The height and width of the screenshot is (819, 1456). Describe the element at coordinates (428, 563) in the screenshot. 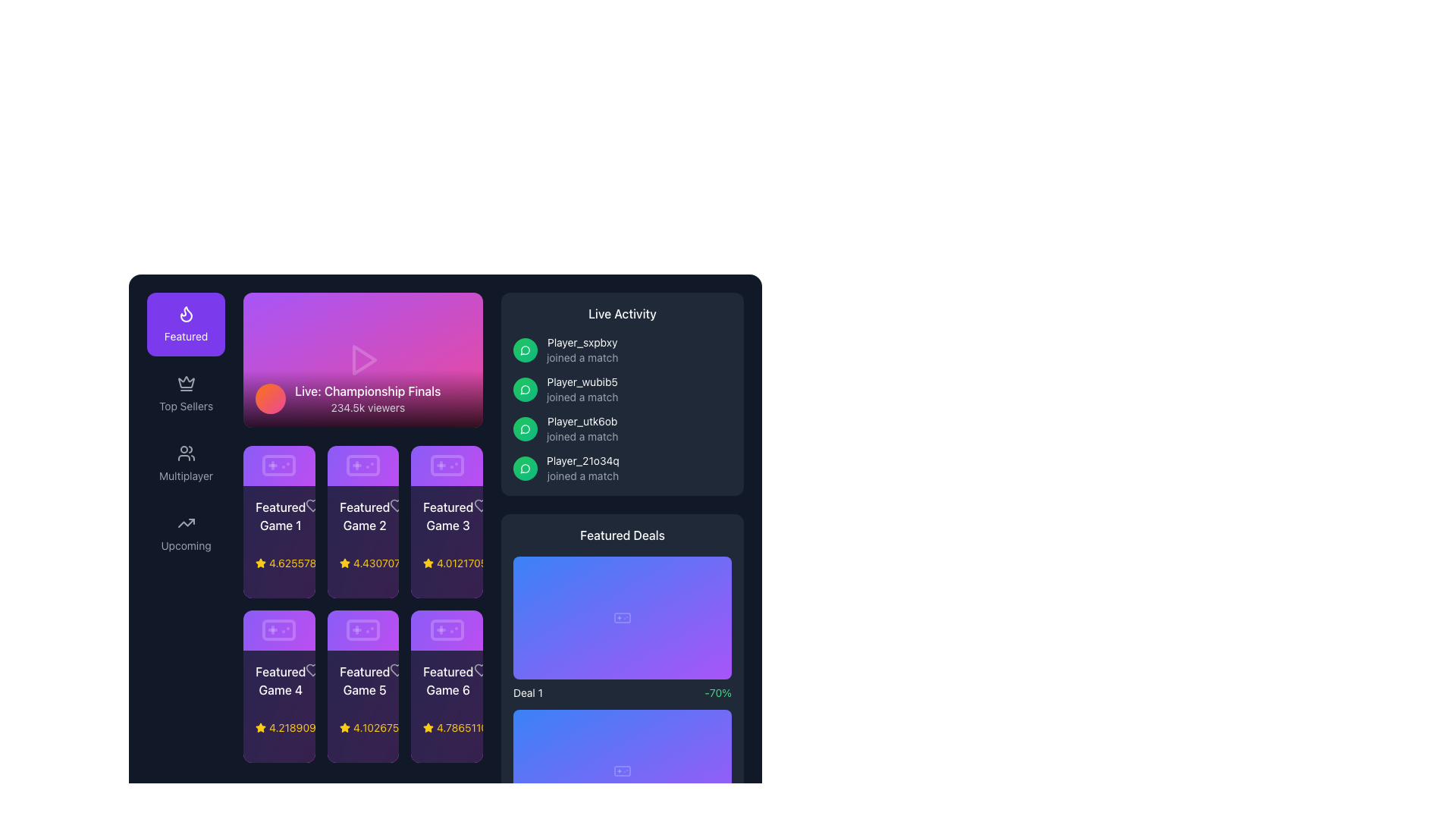

I see `the star icon located in the bottom-left corner of the third card from the left in the grid of featured games, which represents user ratings` at that location.